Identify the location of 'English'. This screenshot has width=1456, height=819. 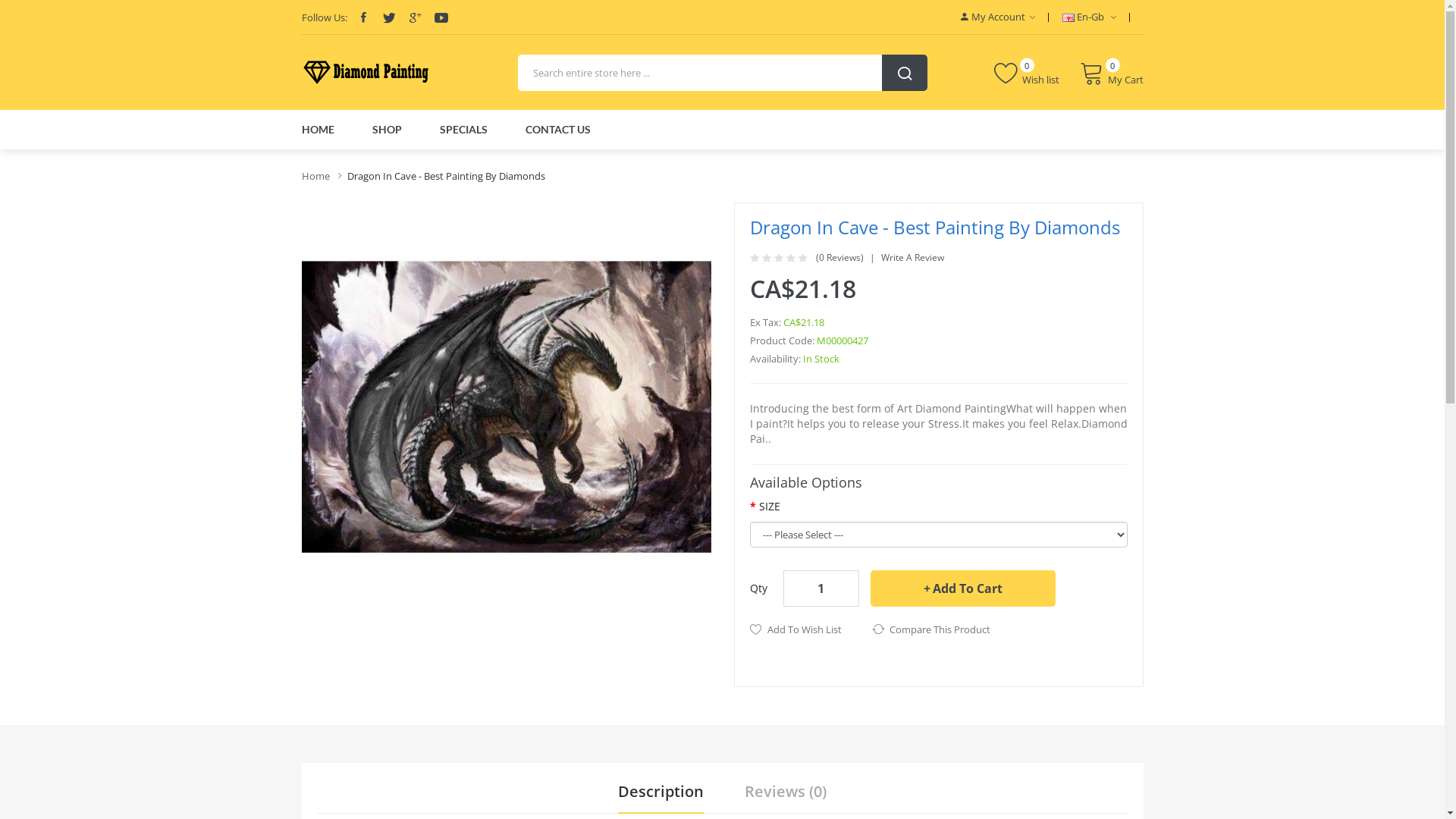
(1066, 17).